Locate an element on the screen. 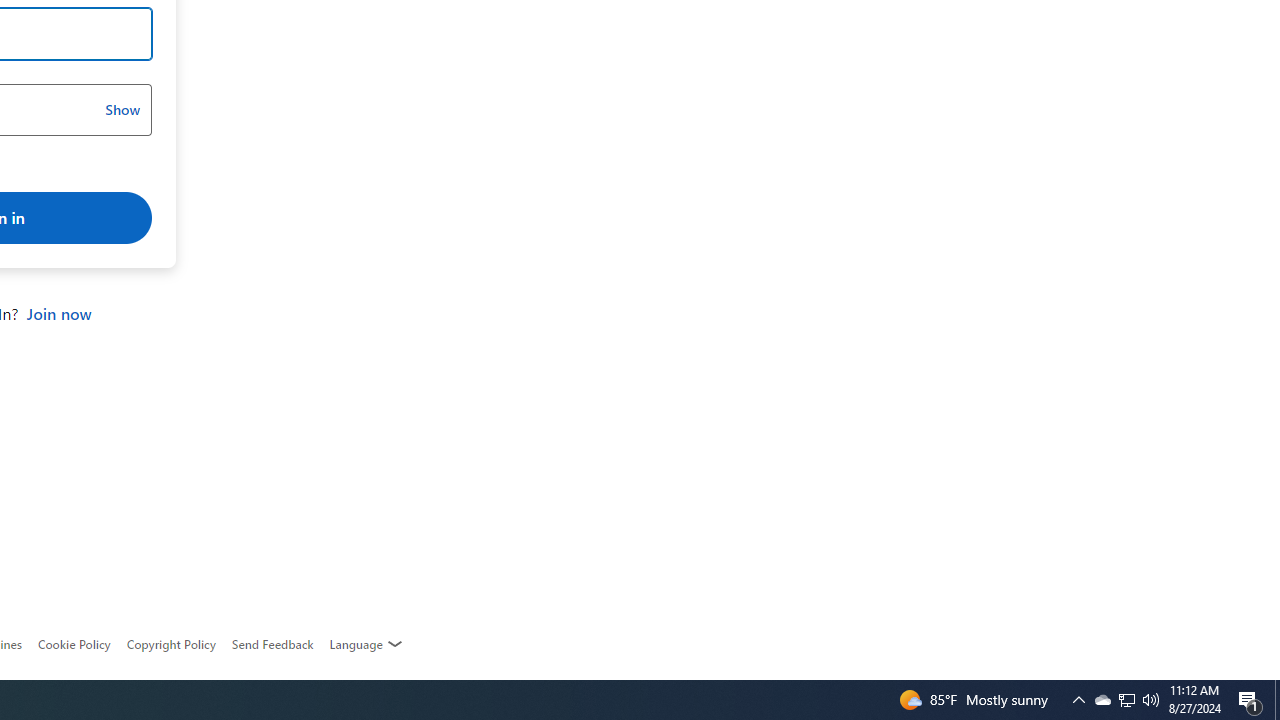  'Copyright Policy' is located at coordinates (170, 644).